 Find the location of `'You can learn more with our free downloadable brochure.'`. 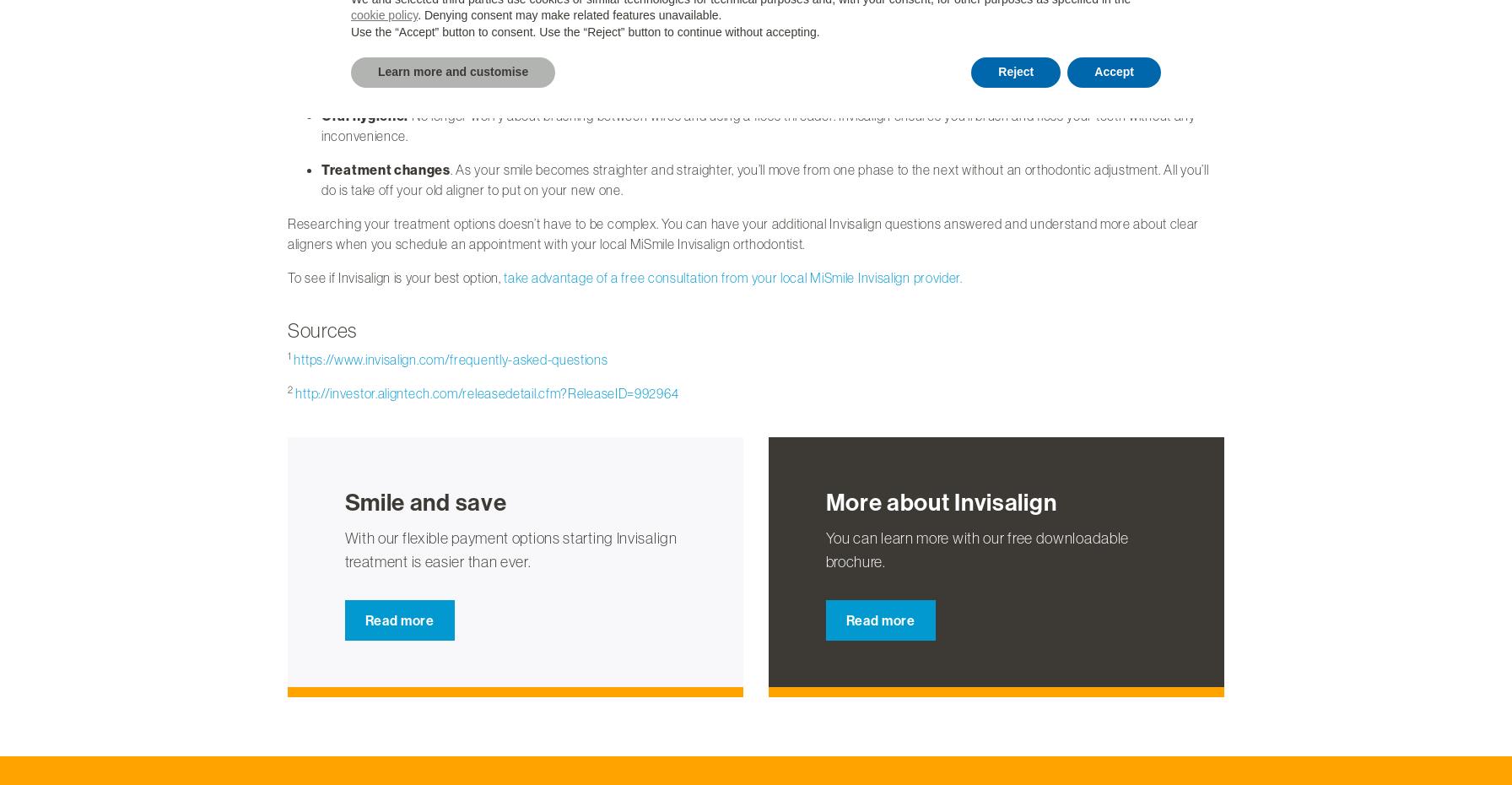

'You can learn more with our free downloadable brochure.' is located at coordinates (976, 549).